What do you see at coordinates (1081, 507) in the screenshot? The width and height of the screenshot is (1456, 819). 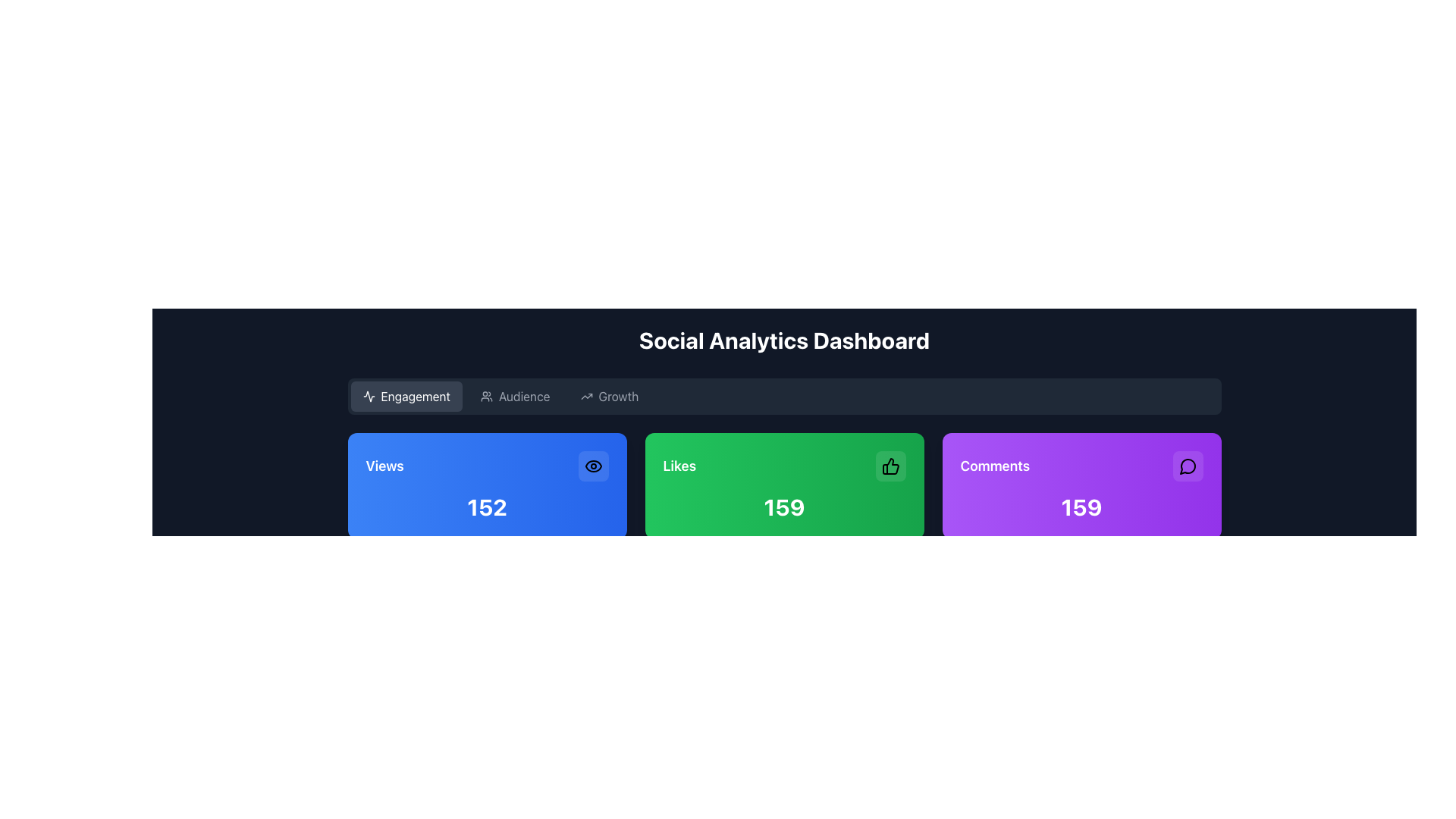 I see `the number '154' displayed in bold white text on a purple gradient background` at bounding box center [1081, 507].